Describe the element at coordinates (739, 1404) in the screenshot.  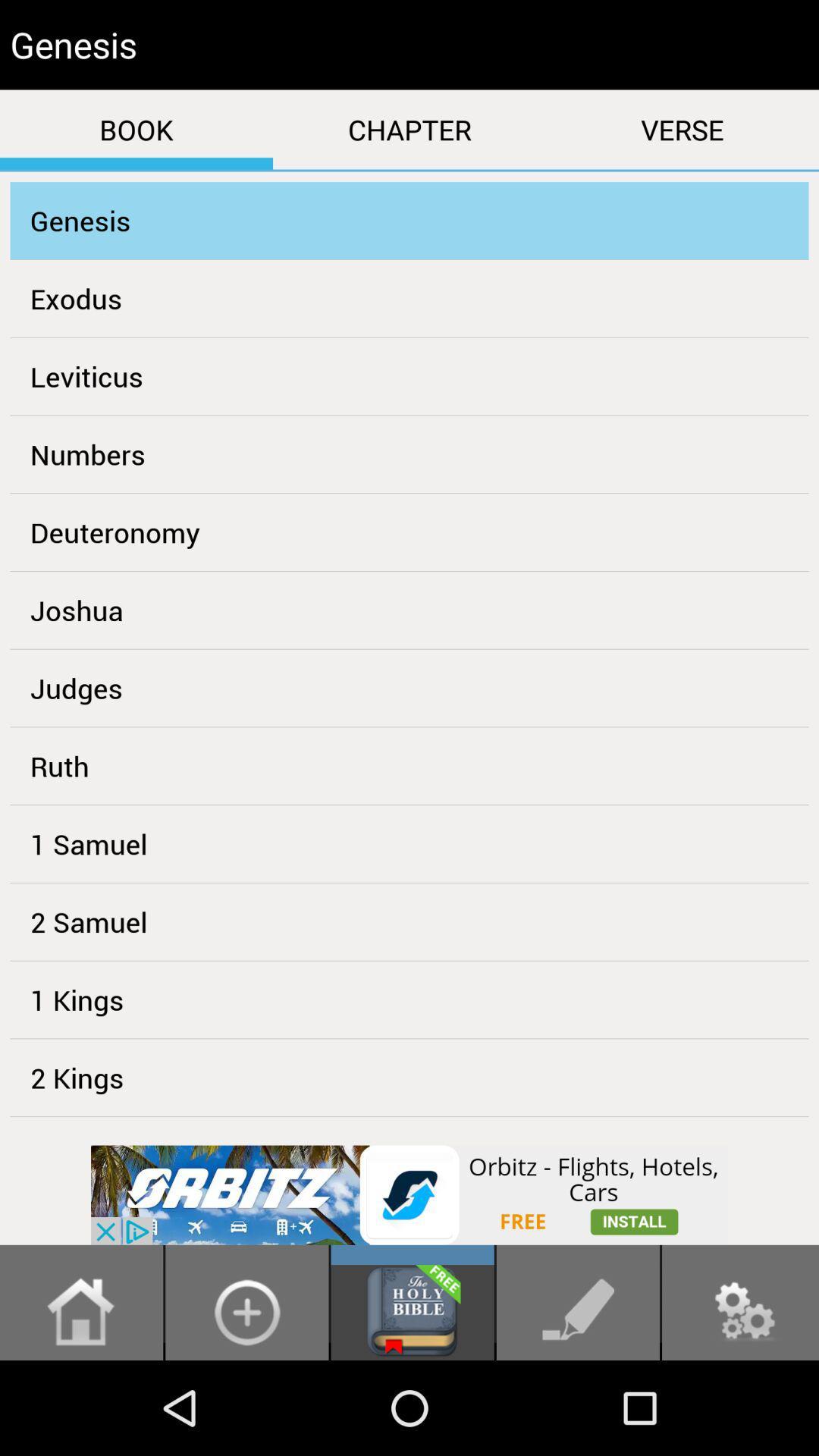
I see `the settings icon` at that location.